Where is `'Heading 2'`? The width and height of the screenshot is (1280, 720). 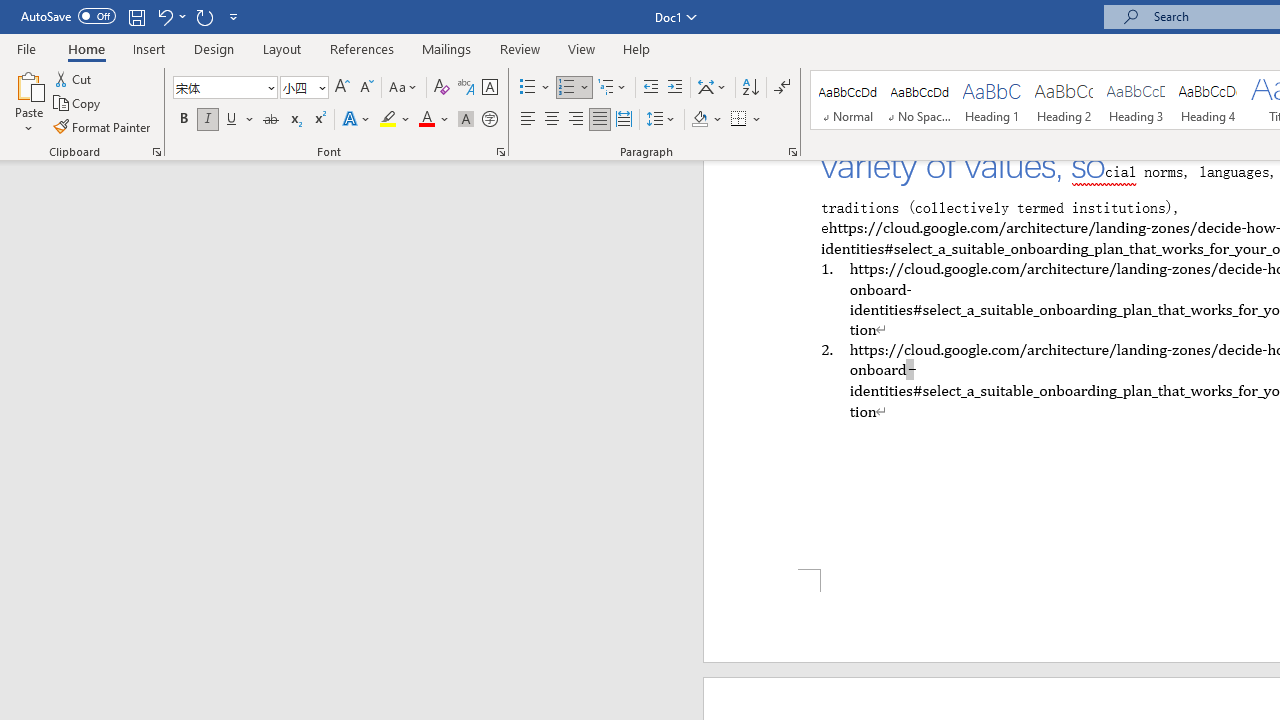 'Heading 2' is located at coordinates (1062, 100).